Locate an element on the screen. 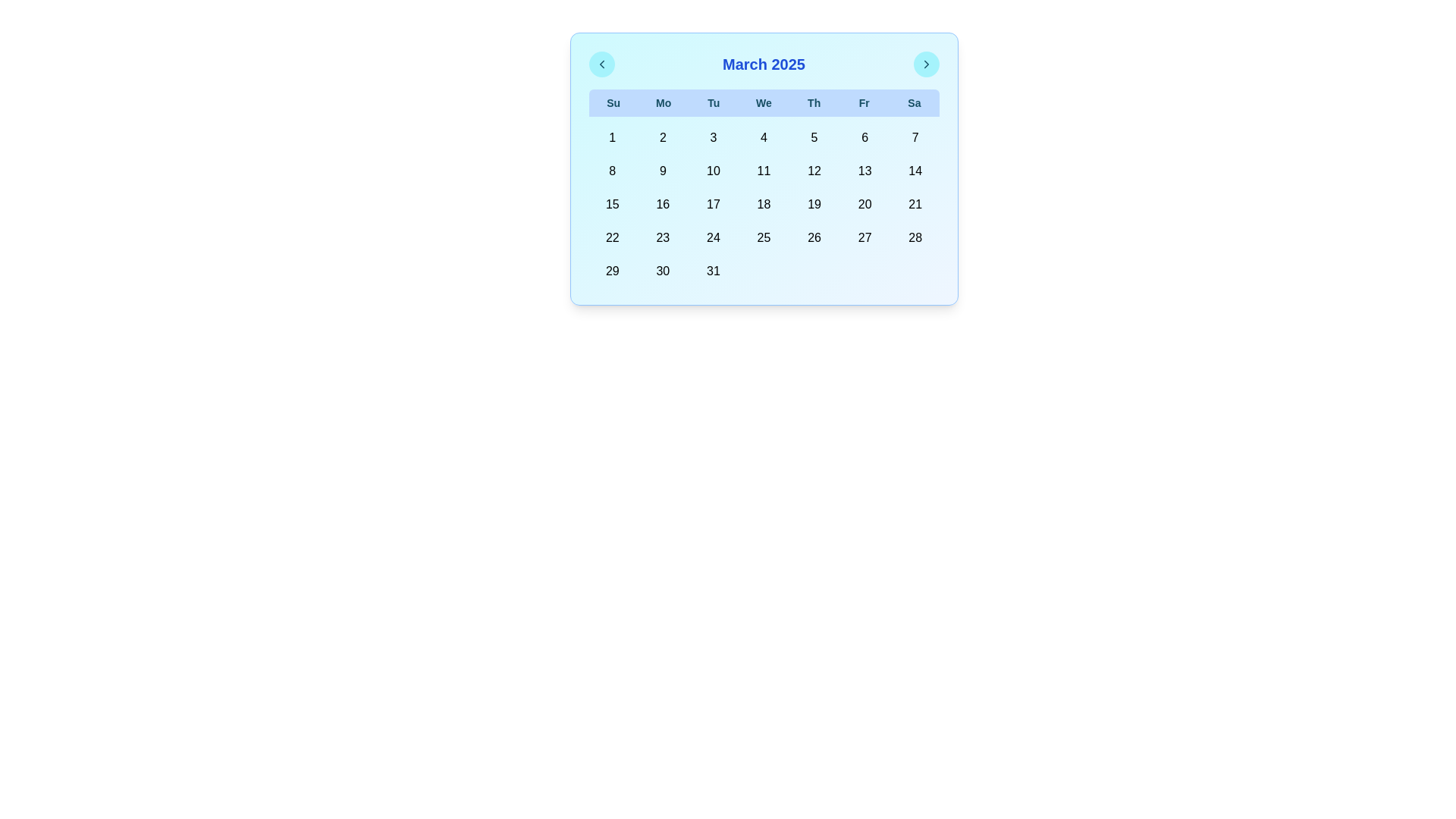  the text label indicating 'Saturday' in the calendar header, which is the seventh element in the row of day abbreviations is located at coordinates (913, 102).